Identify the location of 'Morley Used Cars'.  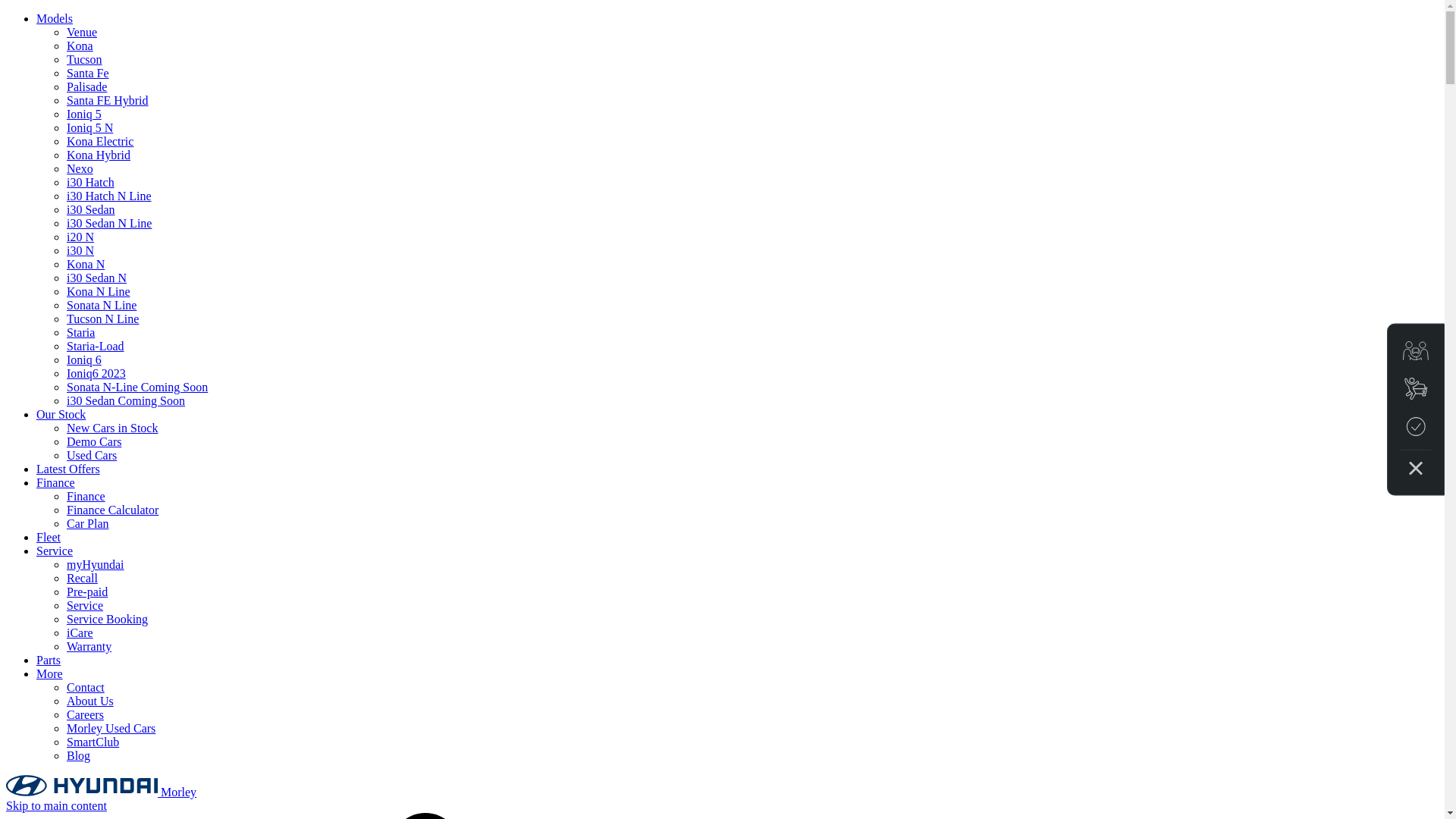
(110, 727).